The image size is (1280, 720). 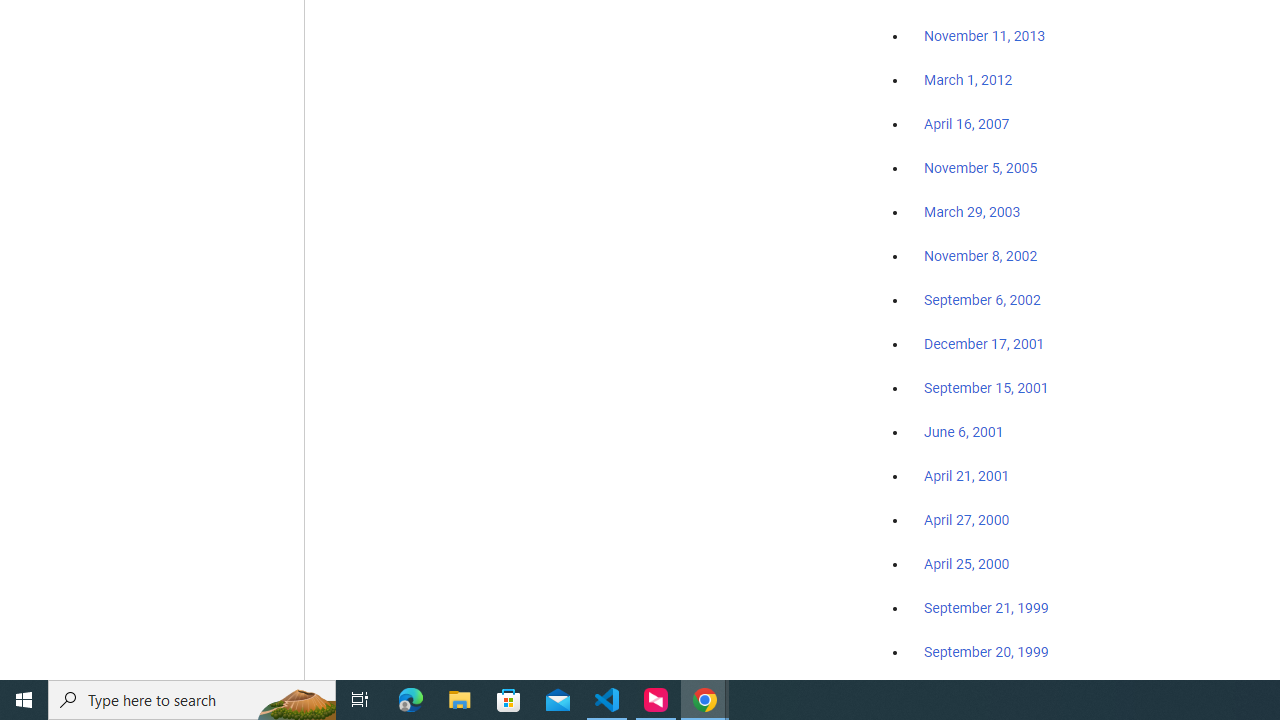 I want to click on 'September 15, 2001', so click(x=986, y=387).